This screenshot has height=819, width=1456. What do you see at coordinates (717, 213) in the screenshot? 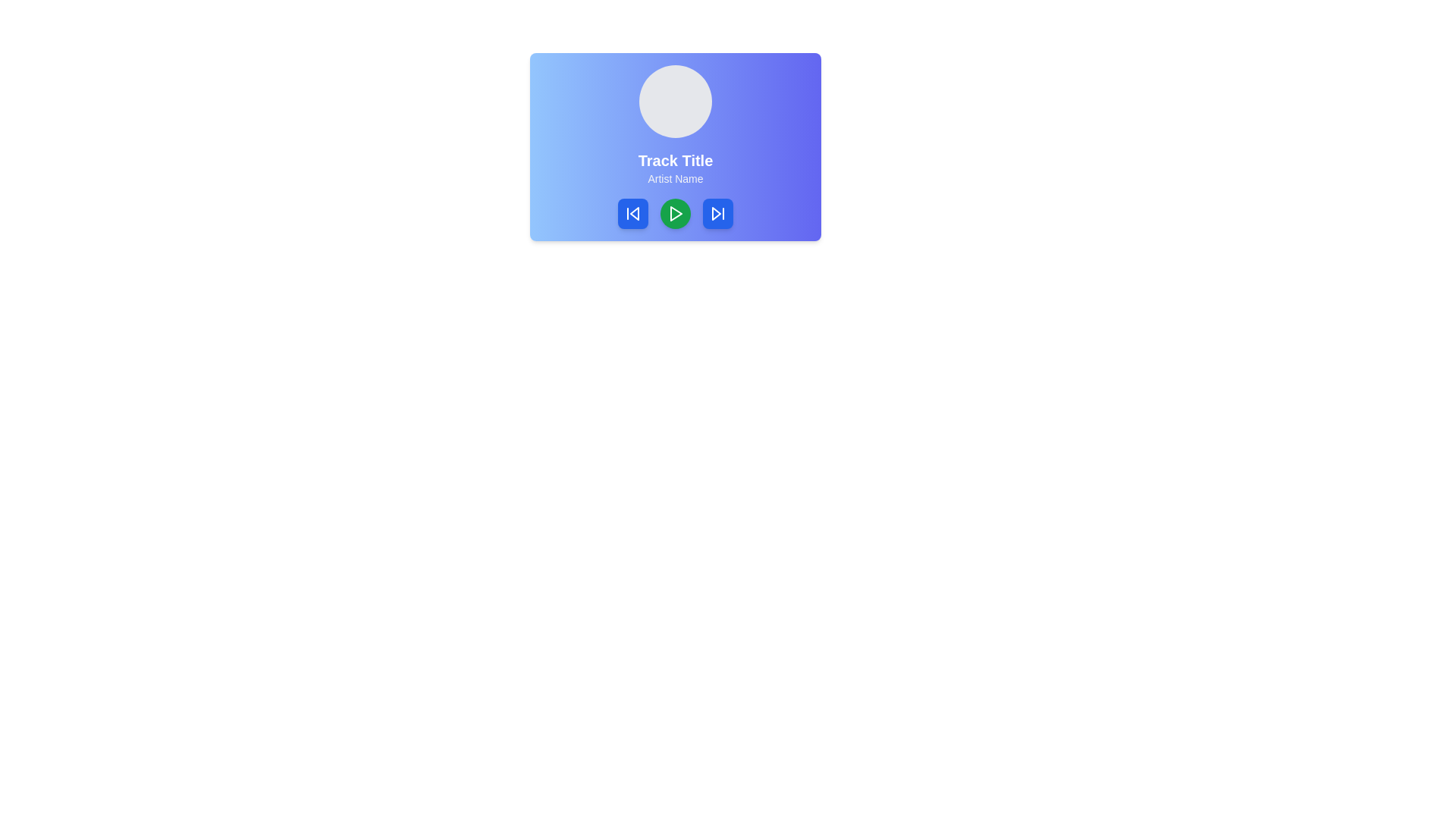
I see `the third button on the right` at bounding box center [717, 213].